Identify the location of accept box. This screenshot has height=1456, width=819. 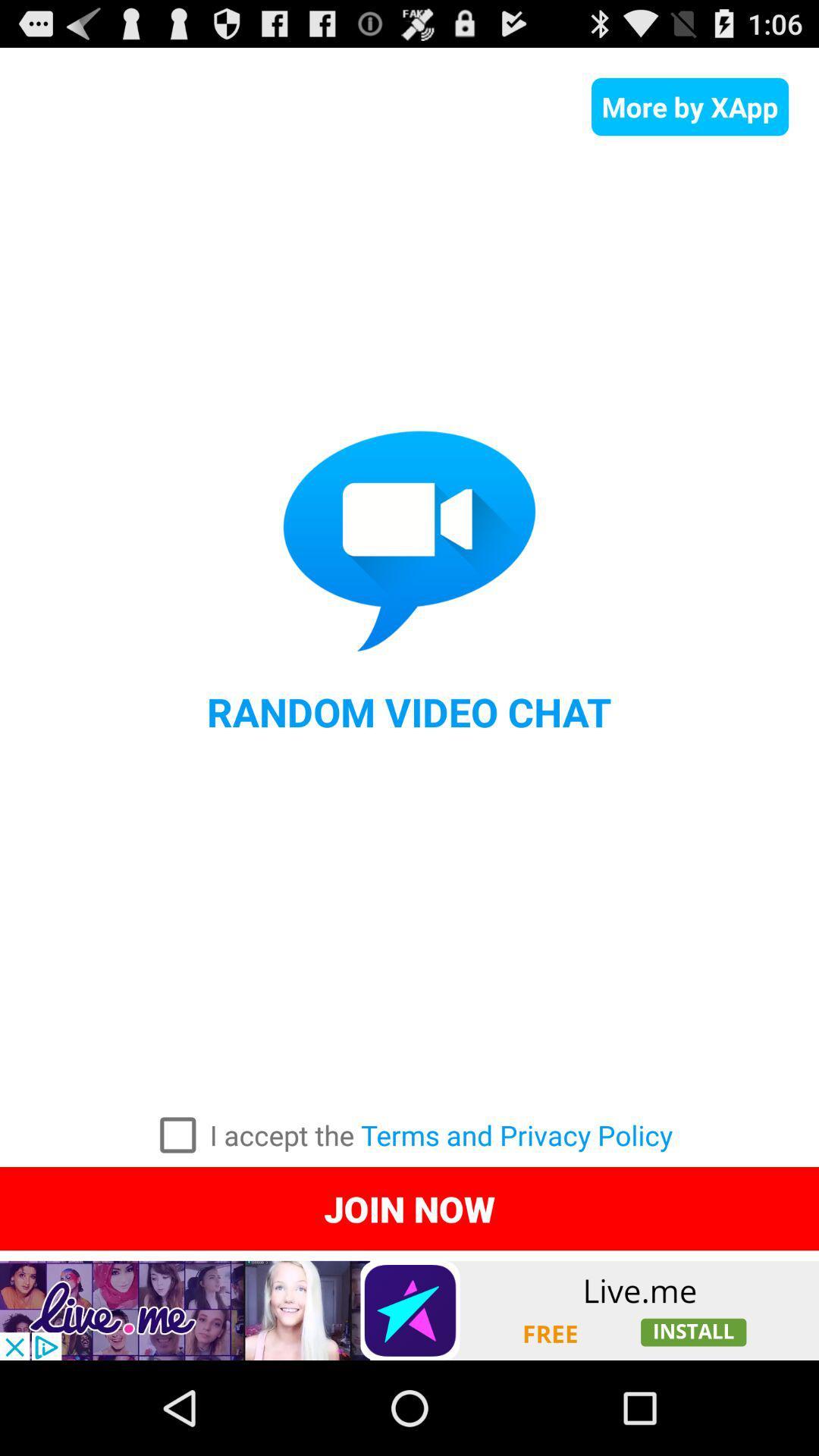
(177, 1135).